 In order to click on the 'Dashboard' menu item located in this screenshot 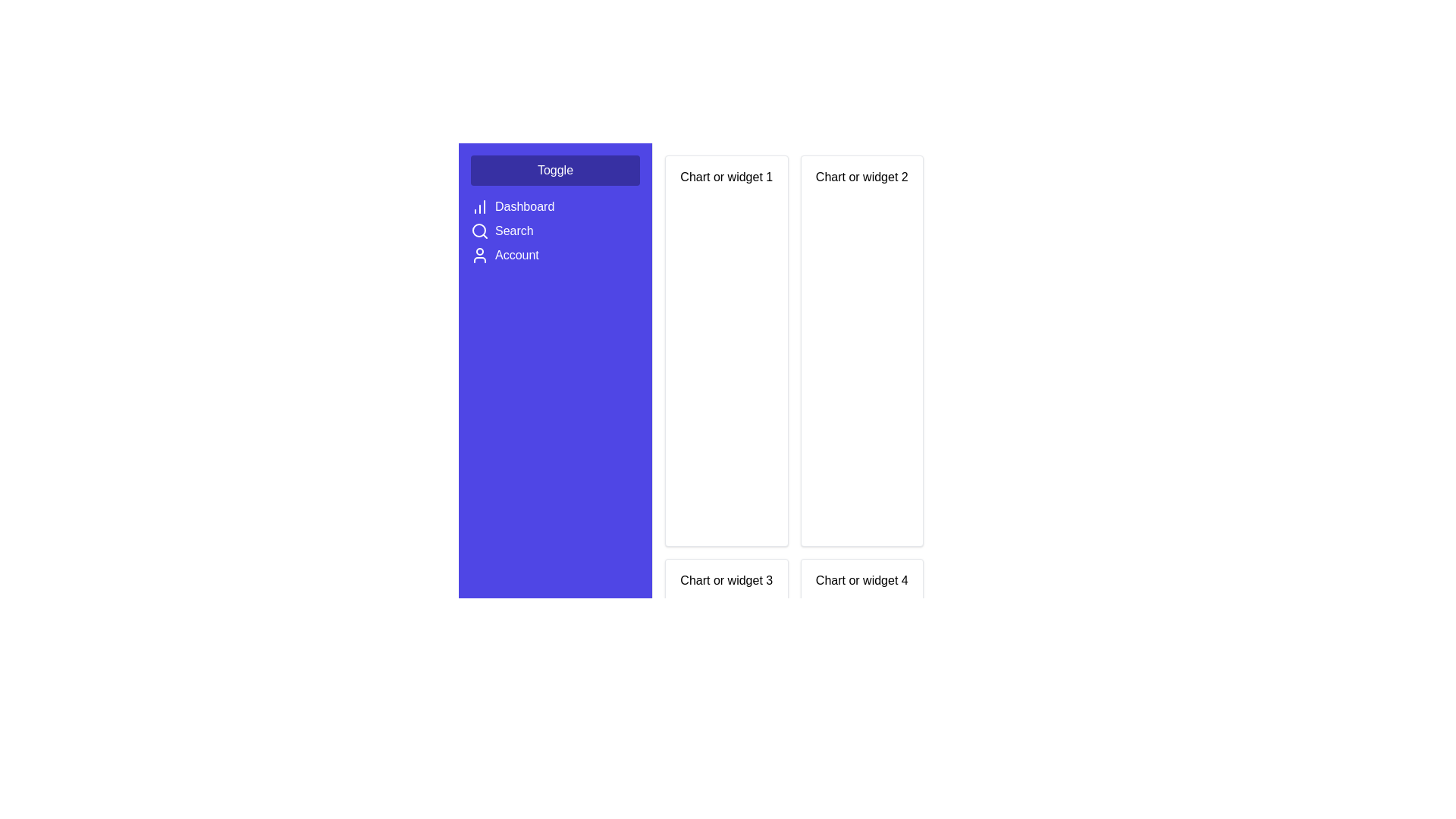, I will do `click(554, 207)`.